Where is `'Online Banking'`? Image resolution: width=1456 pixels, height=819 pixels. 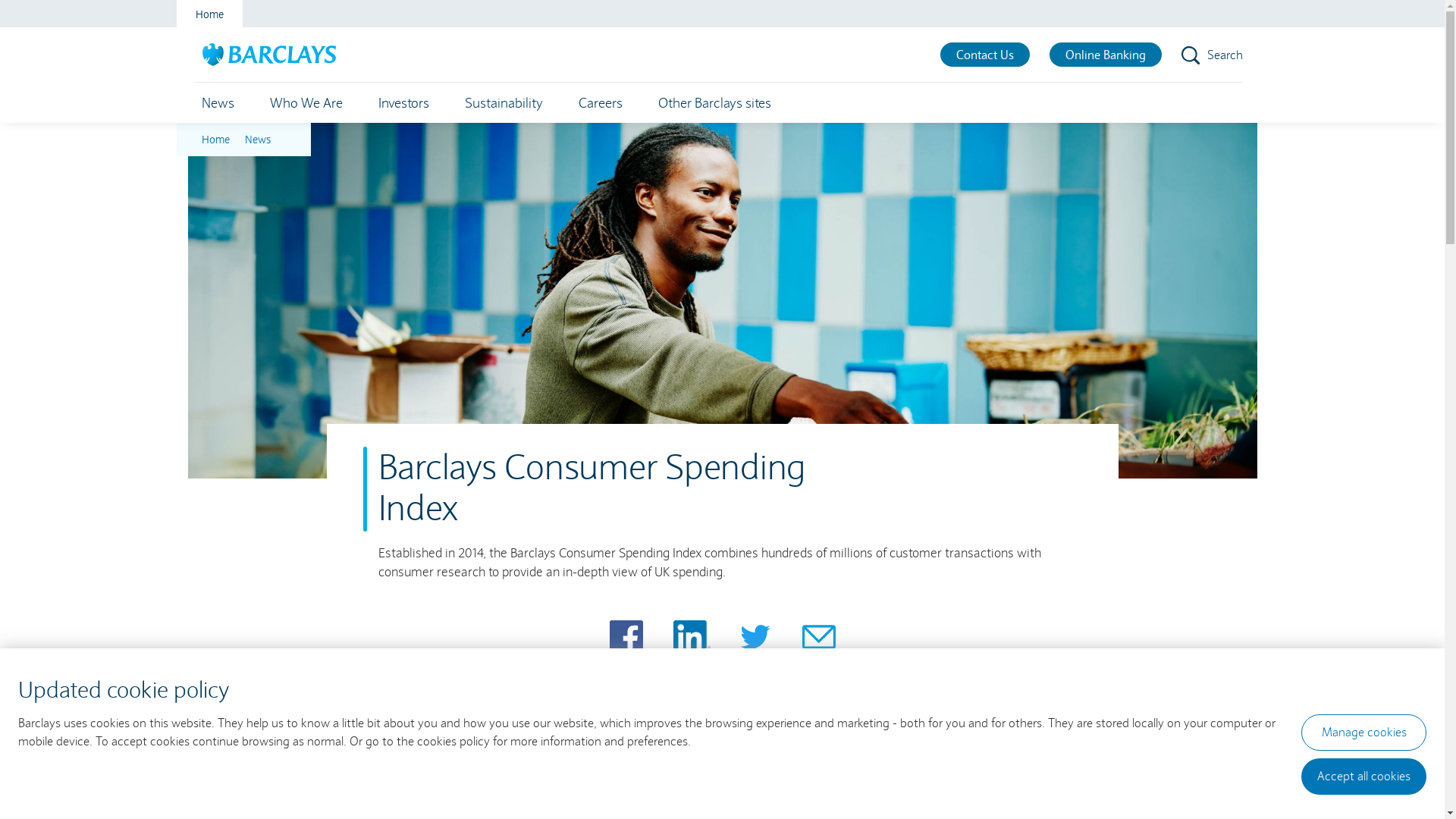
'Online Banking' is located at coordinates (1106, 54).